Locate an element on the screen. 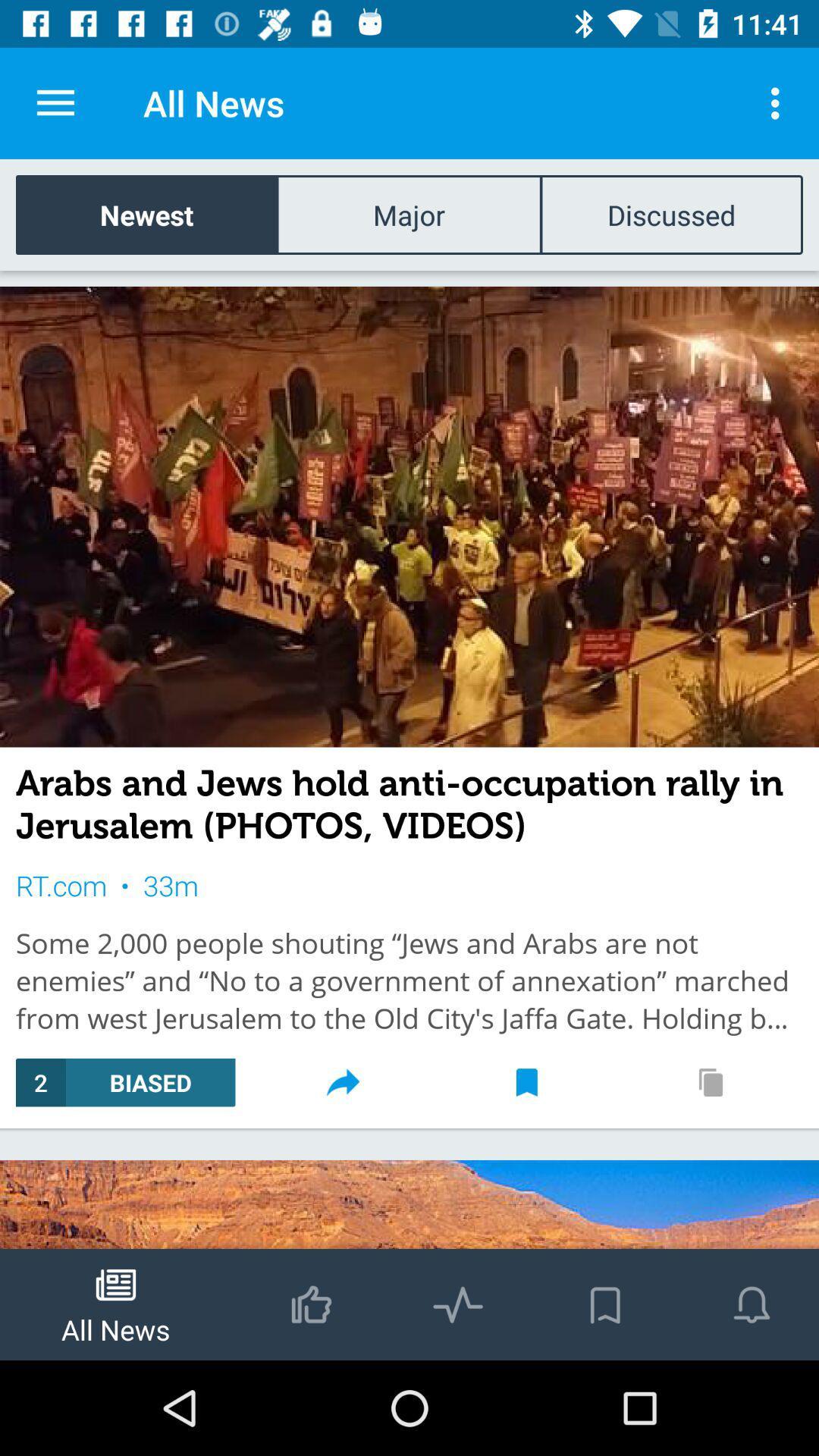 This screenshot has width=819, height=1456. item to the right of all news icon is located at coordinates (779, 102).